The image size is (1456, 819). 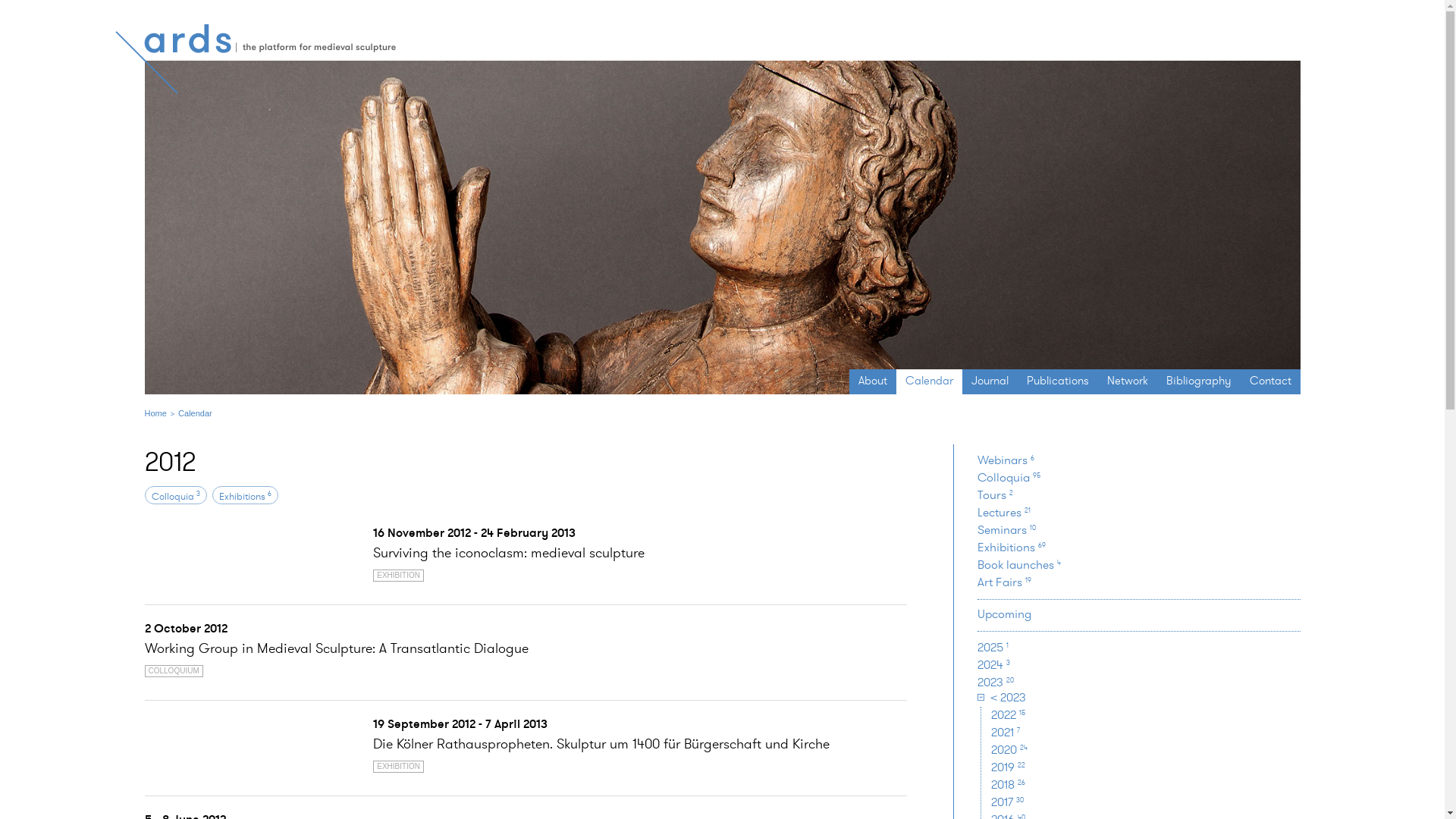 What do you see at coordinates (1057, 379) in the screenshot?
I see `'Publications'` at bounding box center [1057, 379].